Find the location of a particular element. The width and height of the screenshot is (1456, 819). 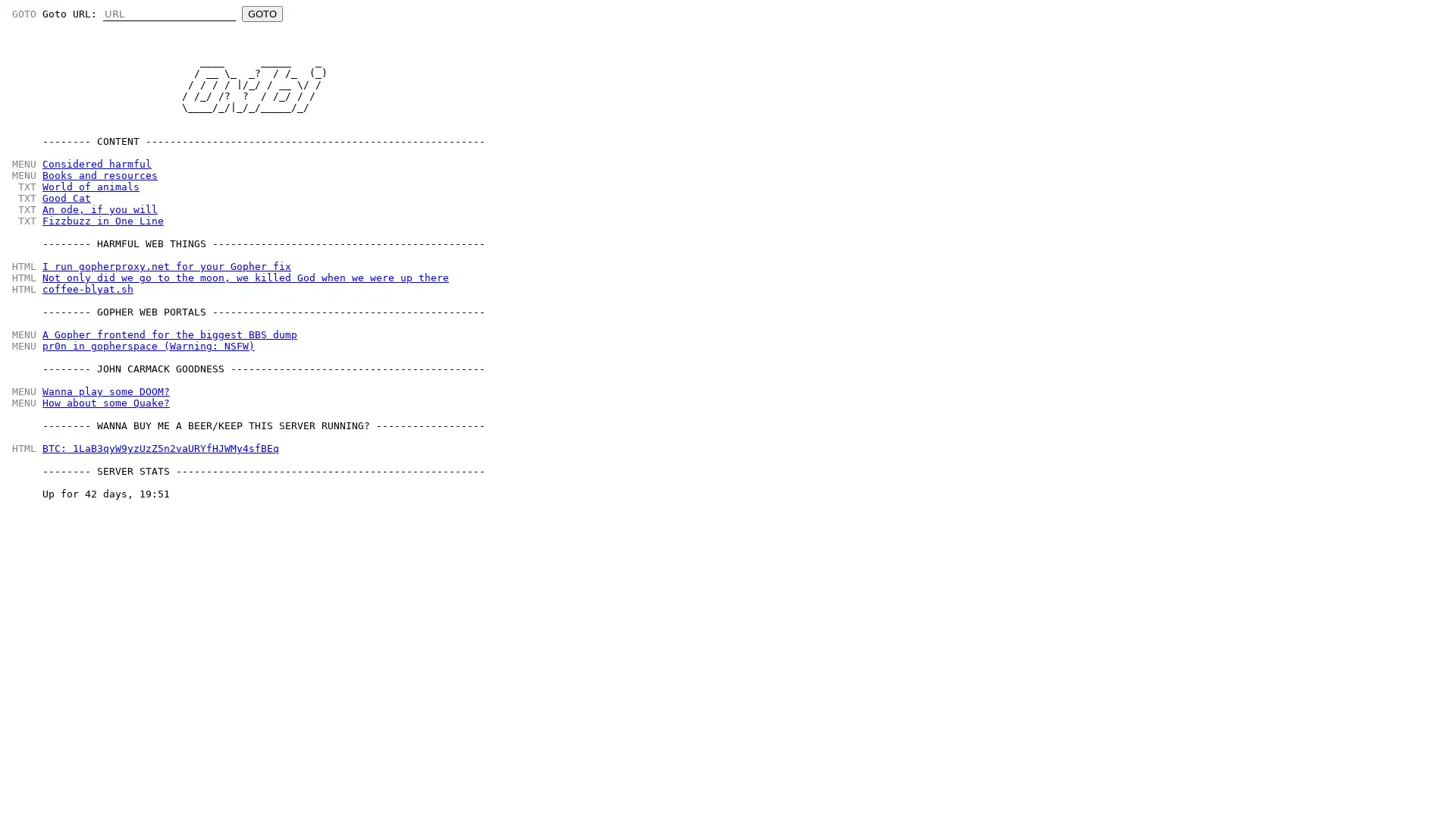

GOTO is located at coordinates (262, 14).